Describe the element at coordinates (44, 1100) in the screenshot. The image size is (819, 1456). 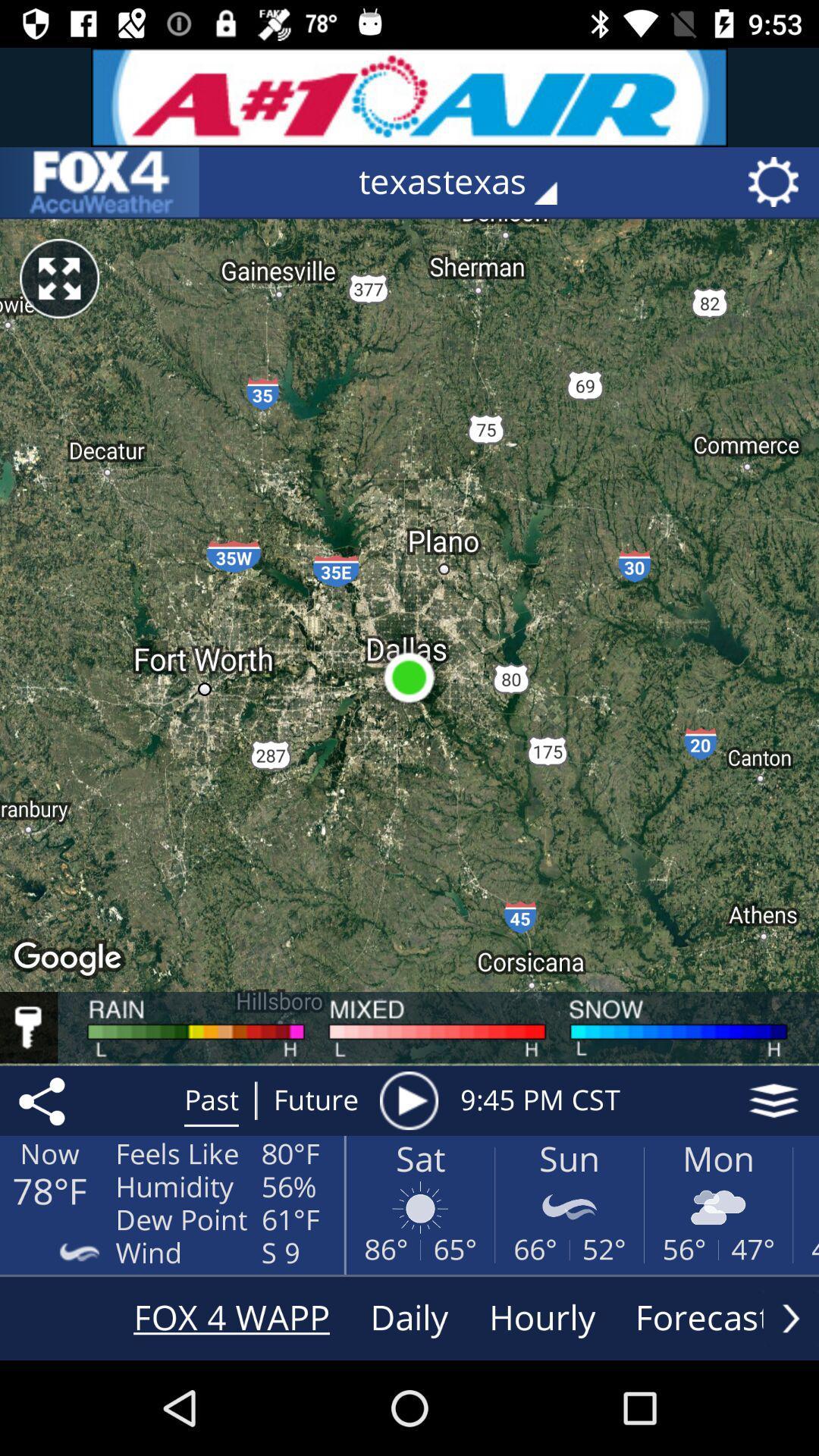
I see `the share icon` at that location.